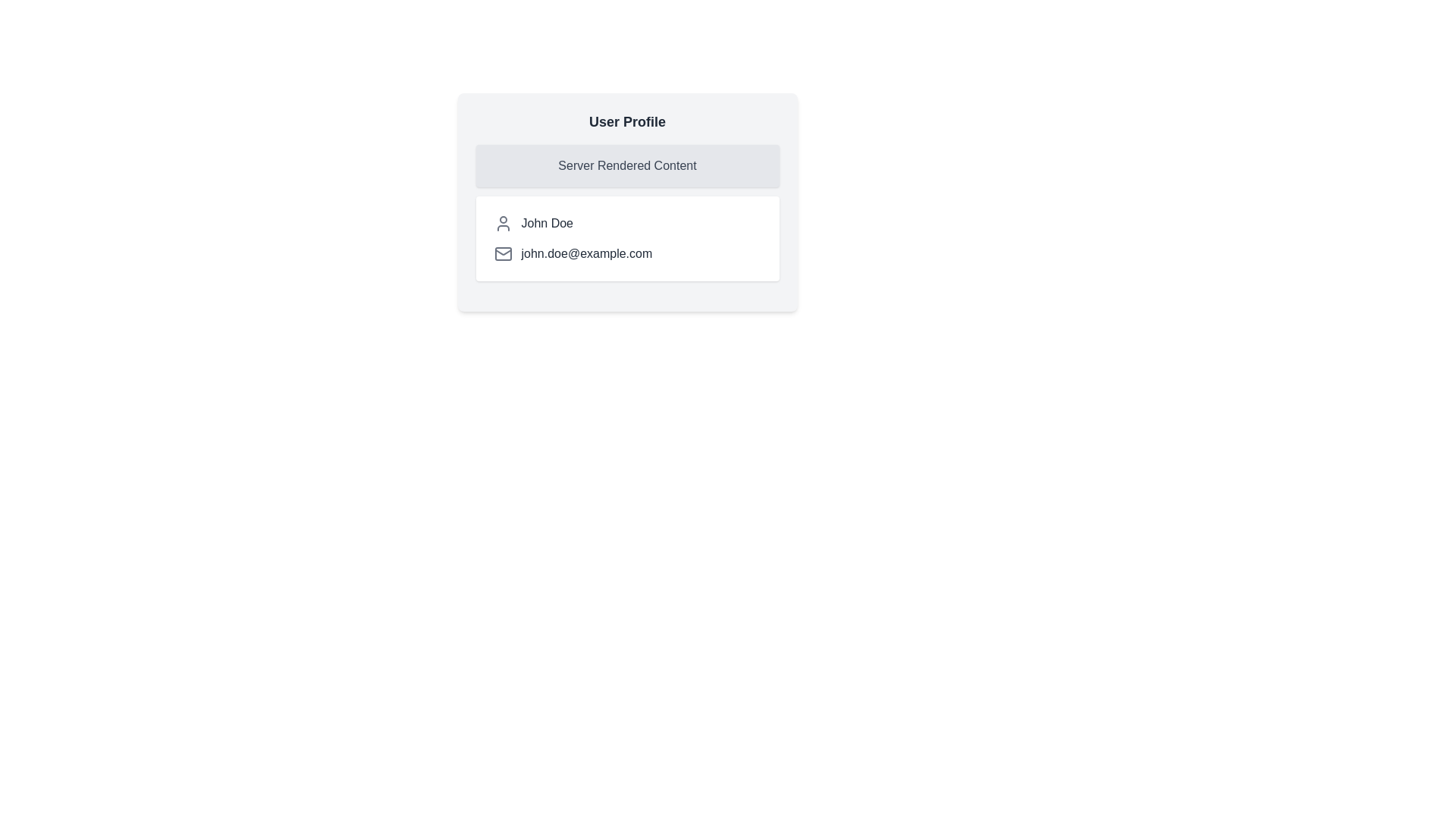 The image size is (1456, 819). Describe the element at coordinates (503, 253) in the screenshot. I see `the envelope icon representing the email address in the user profile card located to the left of 'john.doe@example.com'` at that location.